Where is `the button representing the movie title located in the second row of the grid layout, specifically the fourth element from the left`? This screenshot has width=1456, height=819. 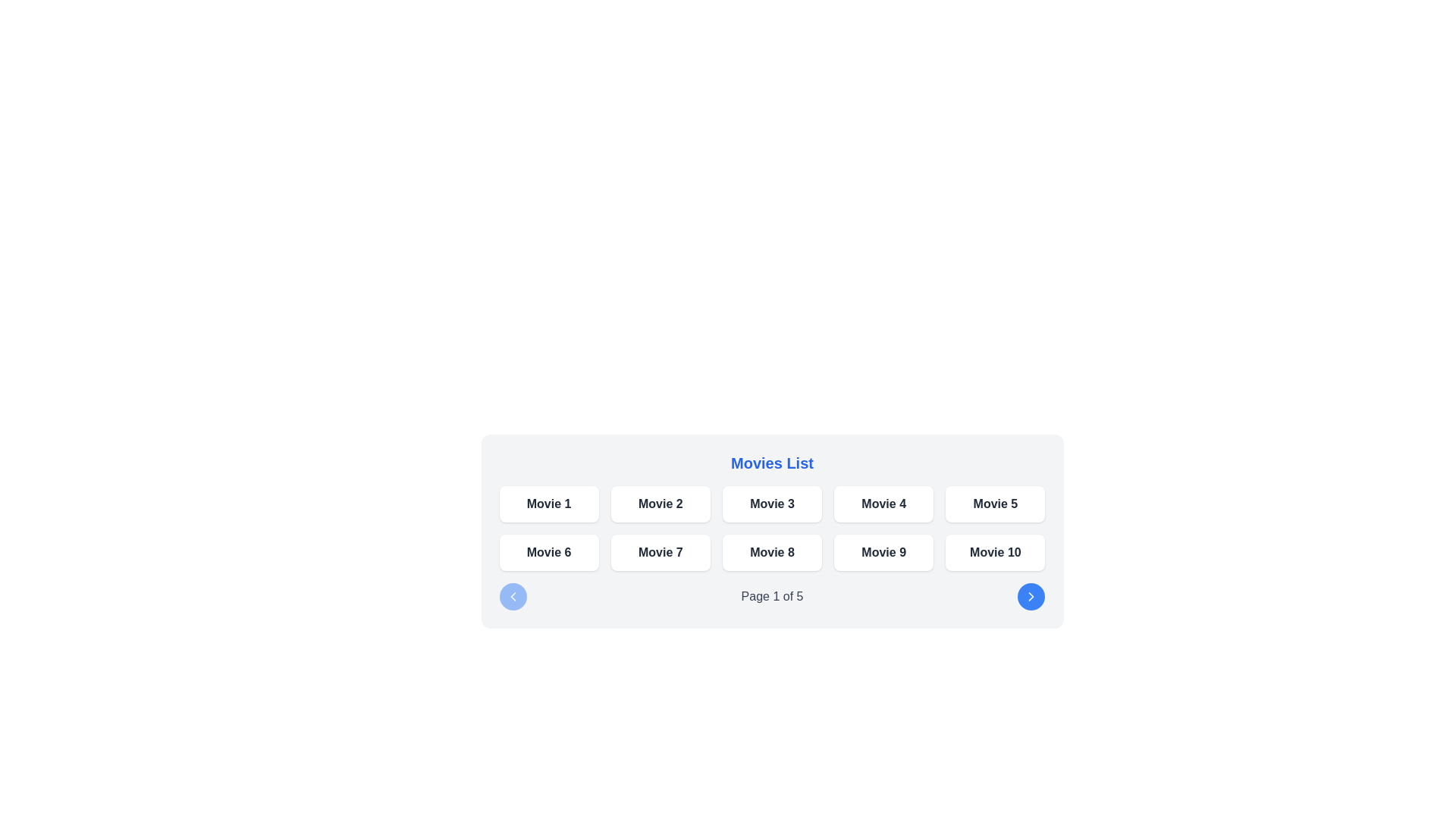 the button representing the movie title located in the second row of the grid layout, specifically the fourth element from the left is located at coordinates (883, 553).